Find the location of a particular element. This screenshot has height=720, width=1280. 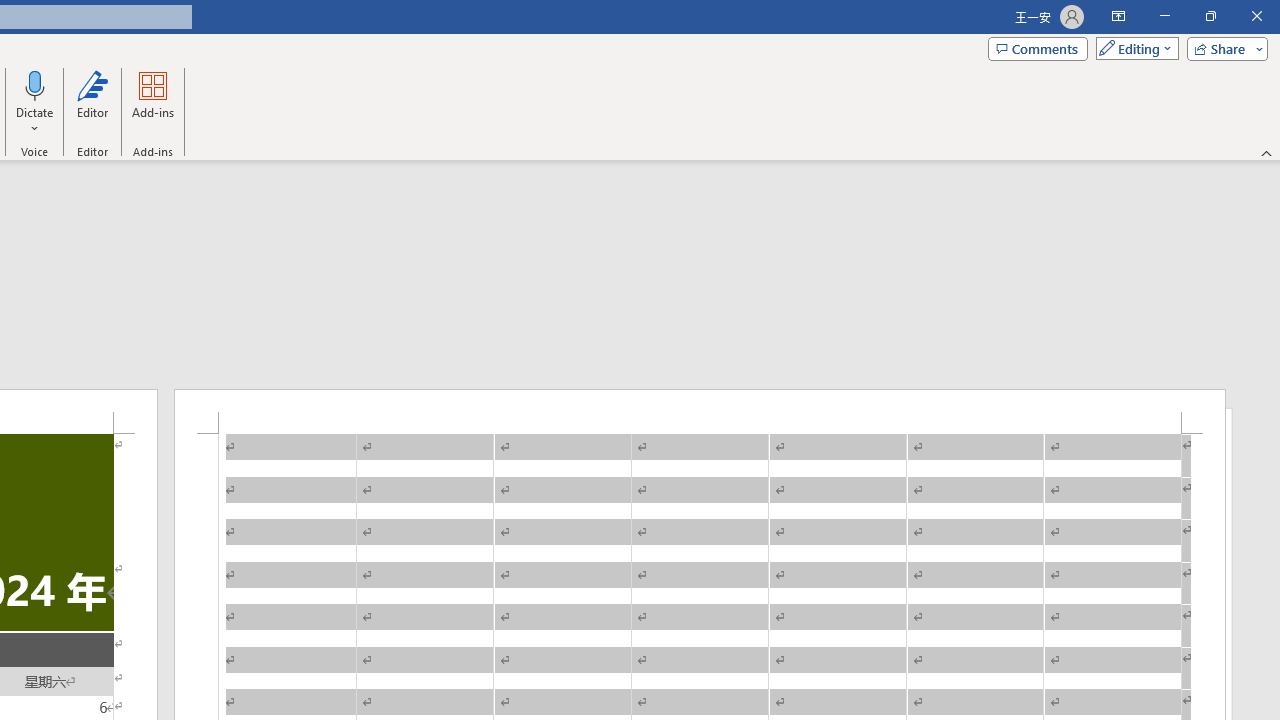

'Ribbon Display Options' is located at coordinates (1117, 16).